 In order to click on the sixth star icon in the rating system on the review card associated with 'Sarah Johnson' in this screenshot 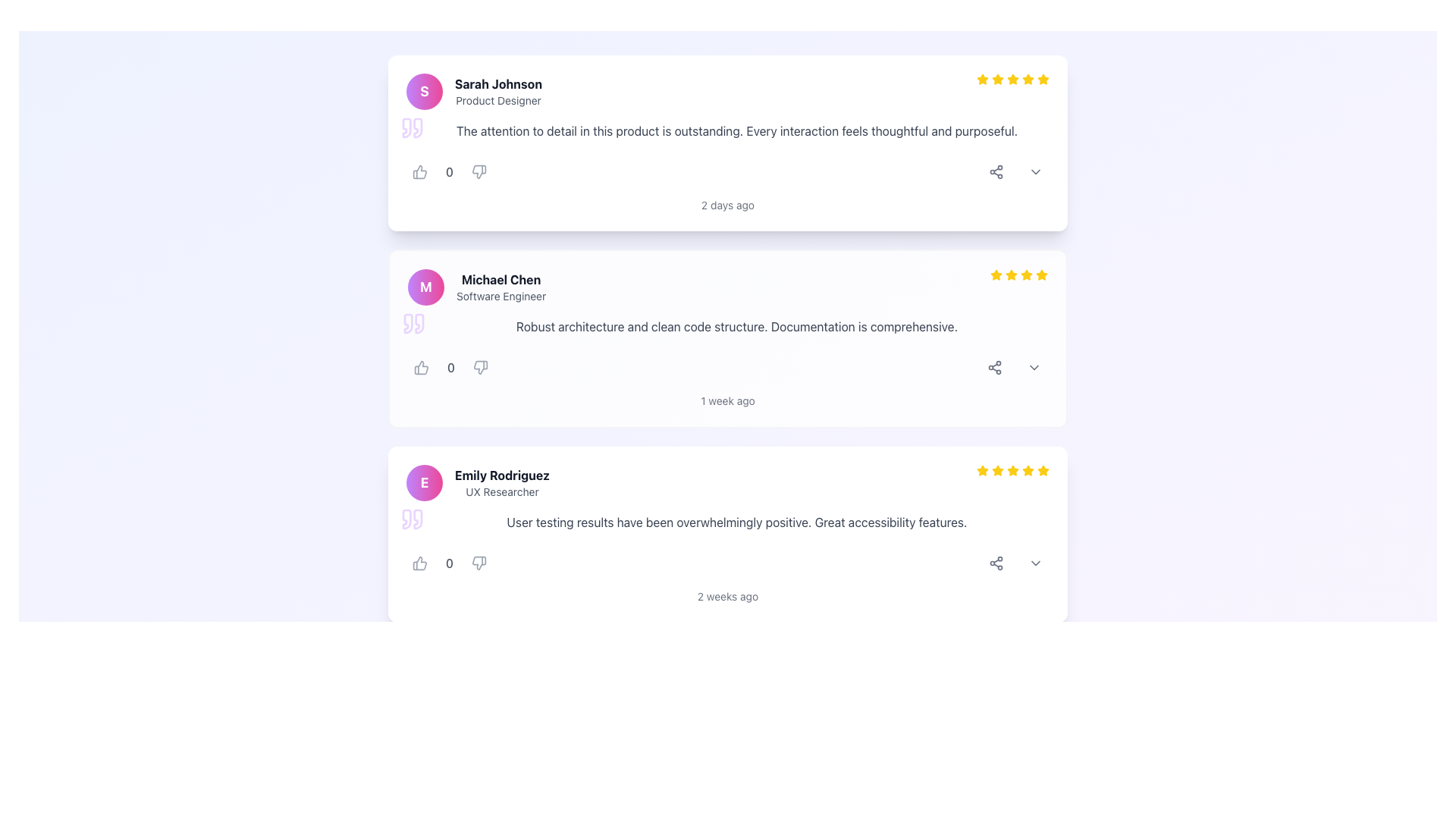, I will do `click(1028, 79)`.